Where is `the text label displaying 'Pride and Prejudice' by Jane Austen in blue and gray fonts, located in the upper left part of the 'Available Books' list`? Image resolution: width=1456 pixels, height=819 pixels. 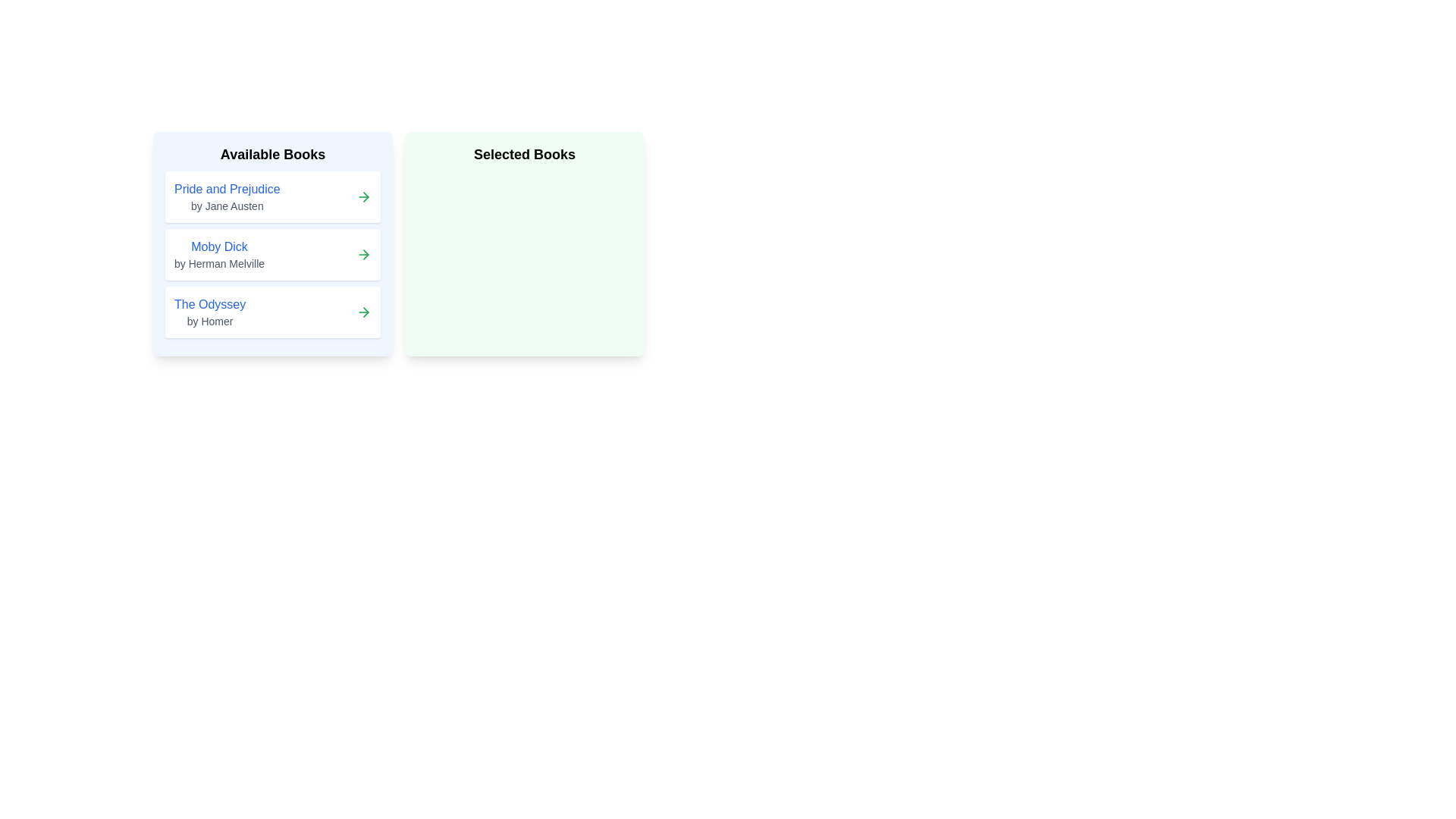
the text label displaying 'Pride and Prejudice' by Jane Austen in blue and gray fonts, located in the upper left part of the 'Available Books' list is located at coordinates (226, 196).